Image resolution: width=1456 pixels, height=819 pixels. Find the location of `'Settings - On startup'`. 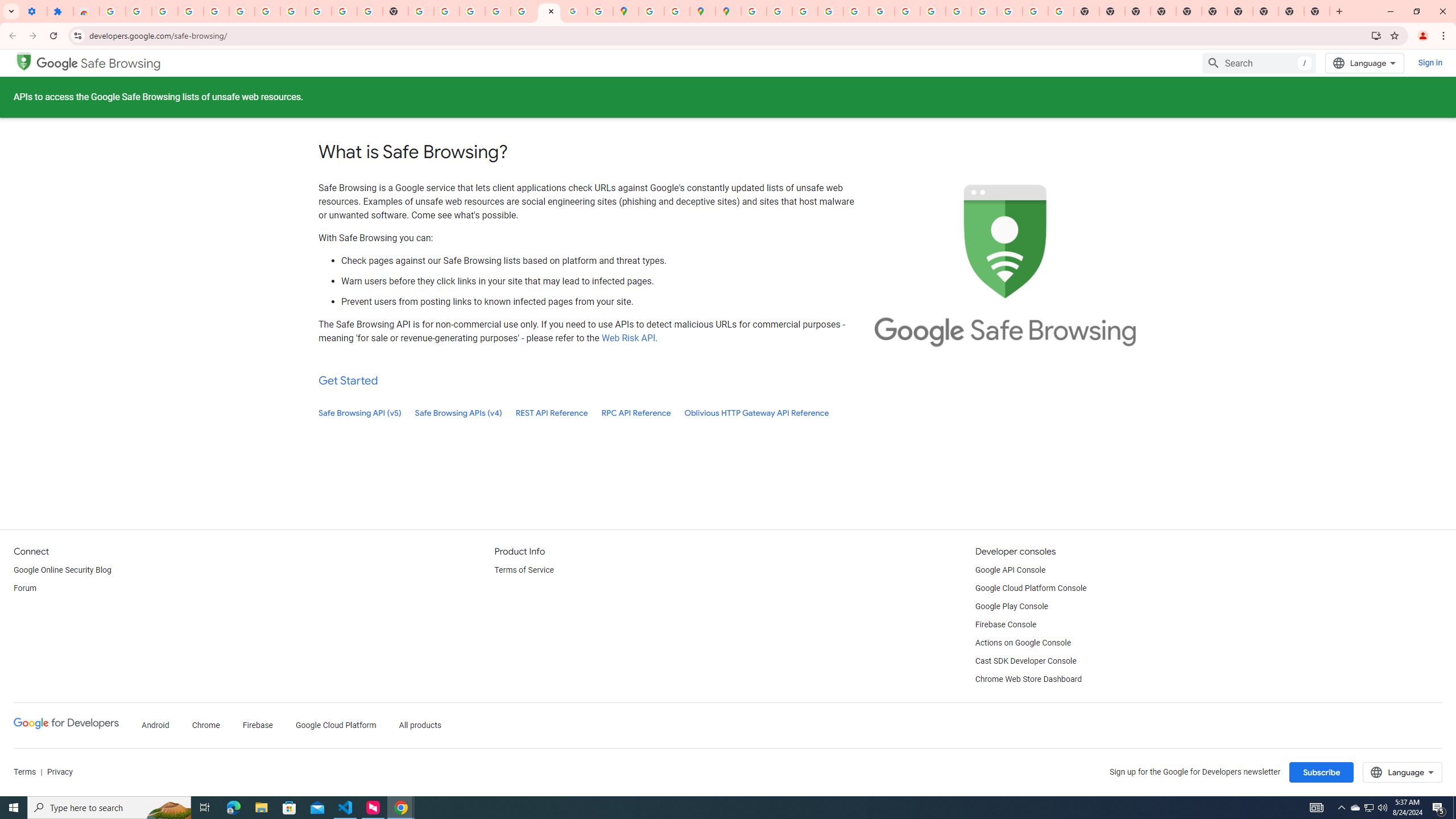

'Settings - On startup' is located at coordinates (34, 11).